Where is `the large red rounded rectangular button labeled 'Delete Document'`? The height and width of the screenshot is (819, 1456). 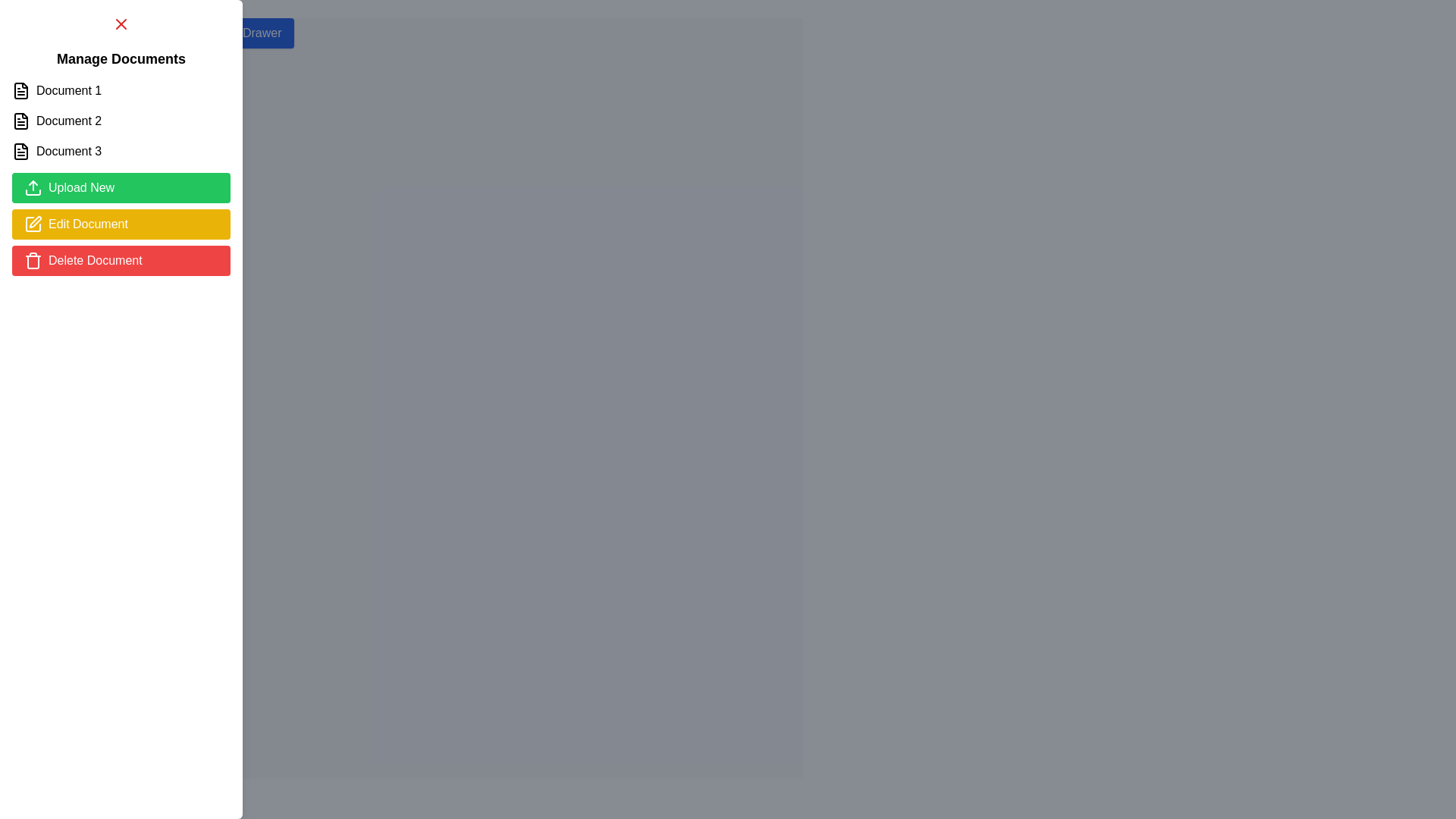 the large red rounded rectangular button labeled 'Delete Document' is located at coordinates (120, 259).